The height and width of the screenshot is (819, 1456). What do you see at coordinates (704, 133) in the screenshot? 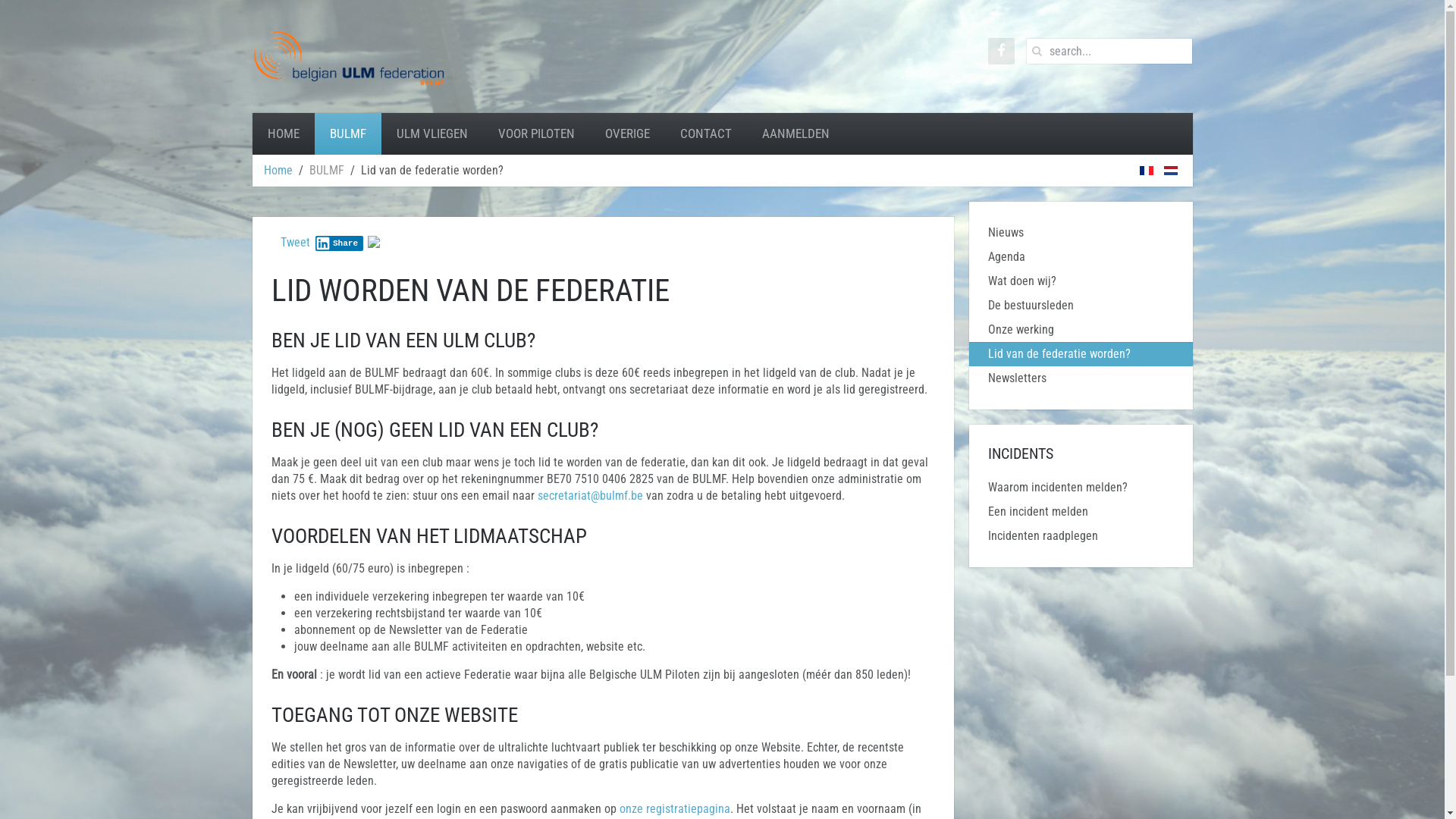
I see `'CONTACT'` at bounding box center [704, 133].